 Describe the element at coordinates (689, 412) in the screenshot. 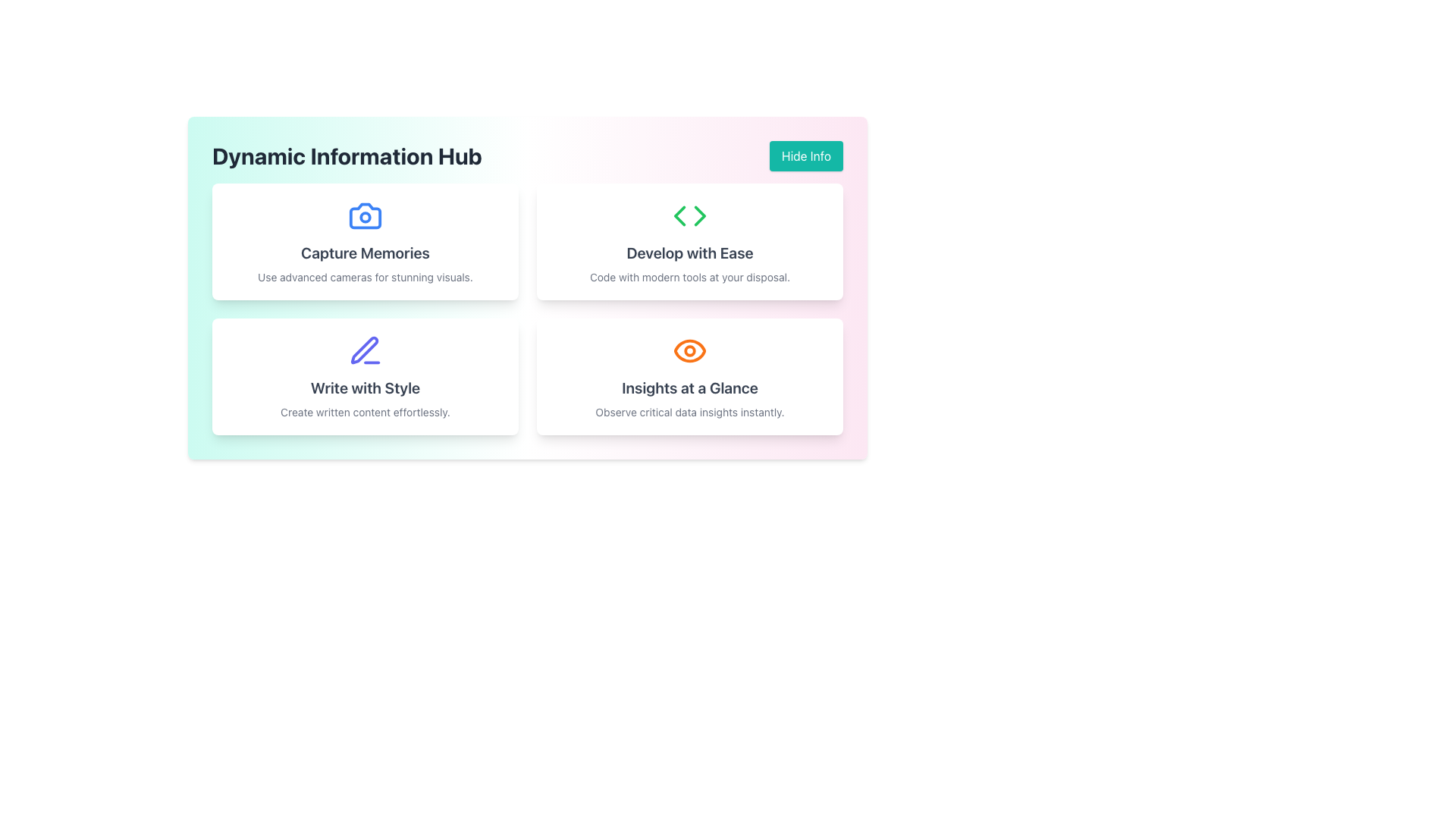

I see `the static text element displaying 'Observe critical data insights instantly.' which is styled in small gray text and located beneath the title 'Insights at a Glance' within a card component` at that location.